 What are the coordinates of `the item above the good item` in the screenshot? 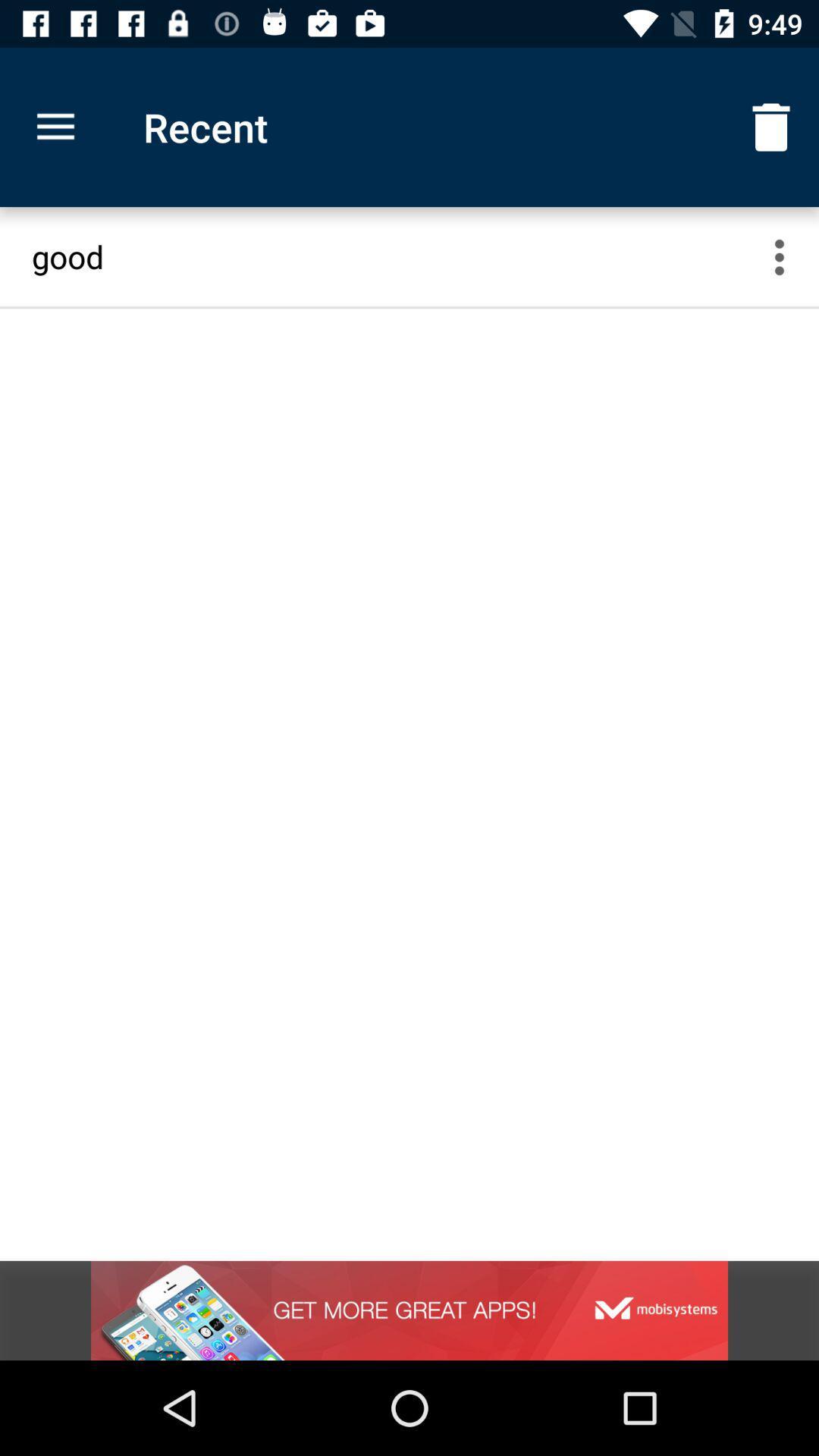 It's located at (771, 127).